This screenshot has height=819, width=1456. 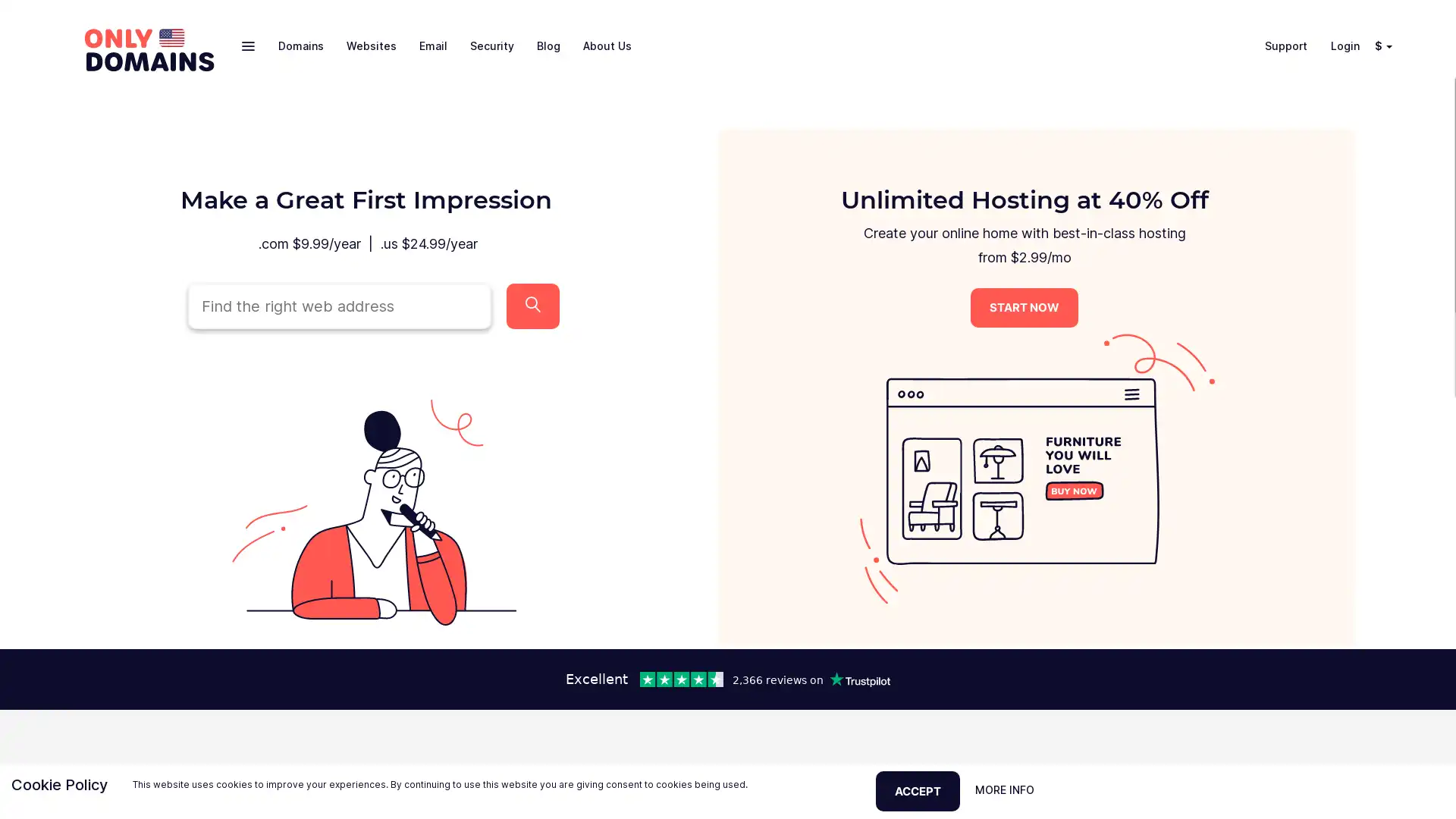 I want to click on ACCEPT, so click(x=917, y=789).